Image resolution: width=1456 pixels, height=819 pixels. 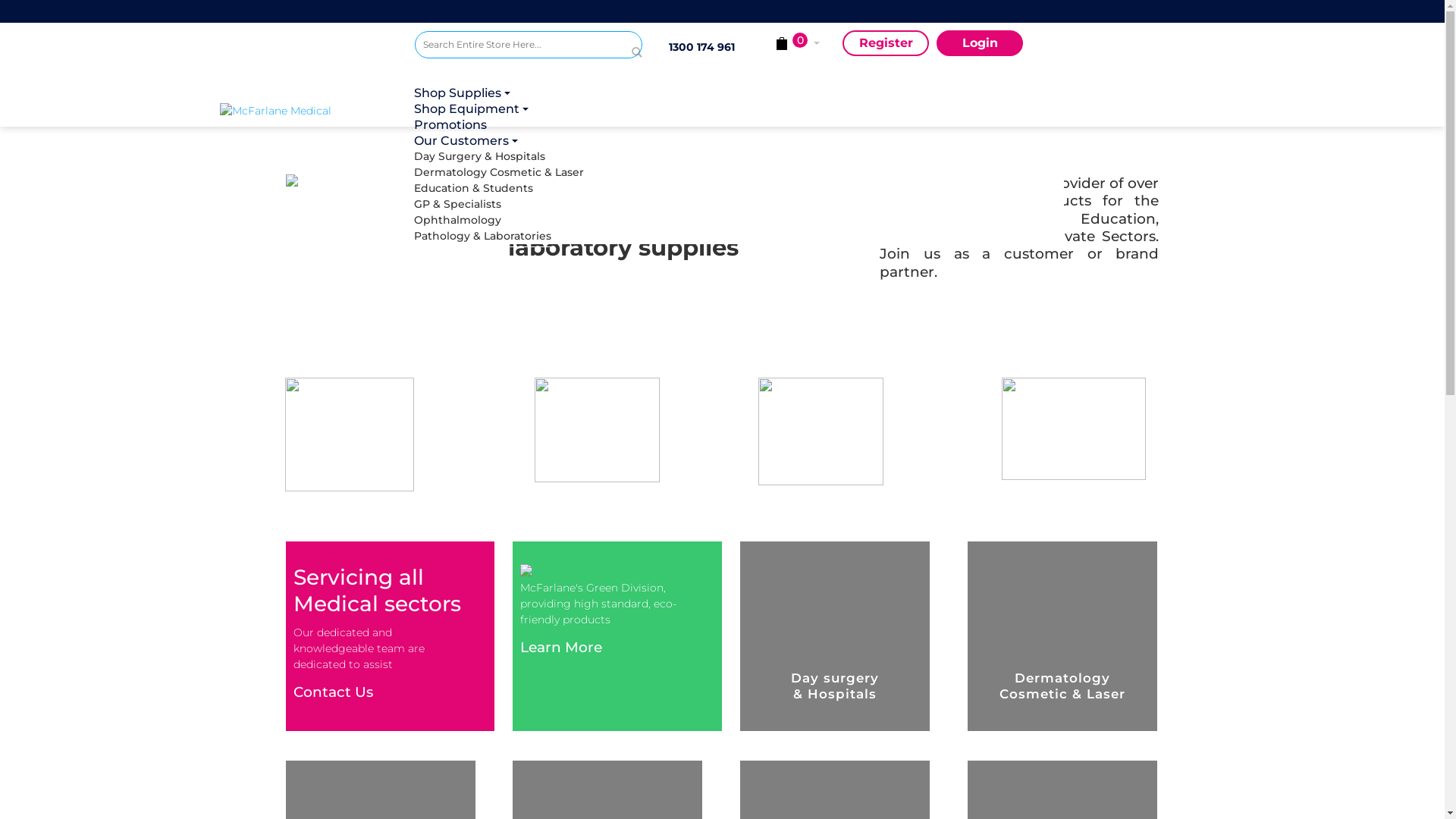 What do you see at coordinates (472, 187) in the screenshot?
I see `'Education & Students'` at bounding box center [472, 187].